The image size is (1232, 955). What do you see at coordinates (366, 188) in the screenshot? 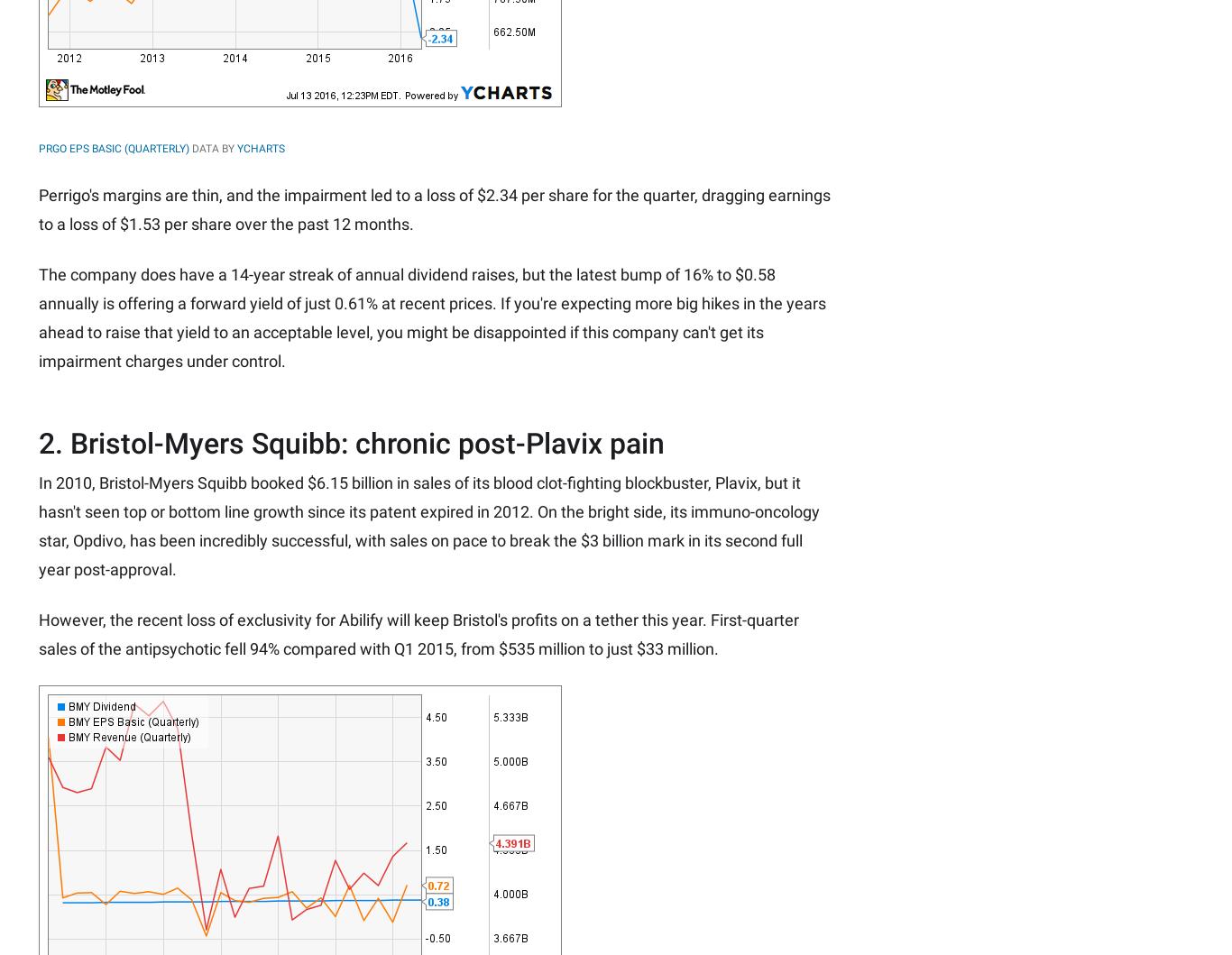
I see `'Advertise'` at bounding box center [366, 188].